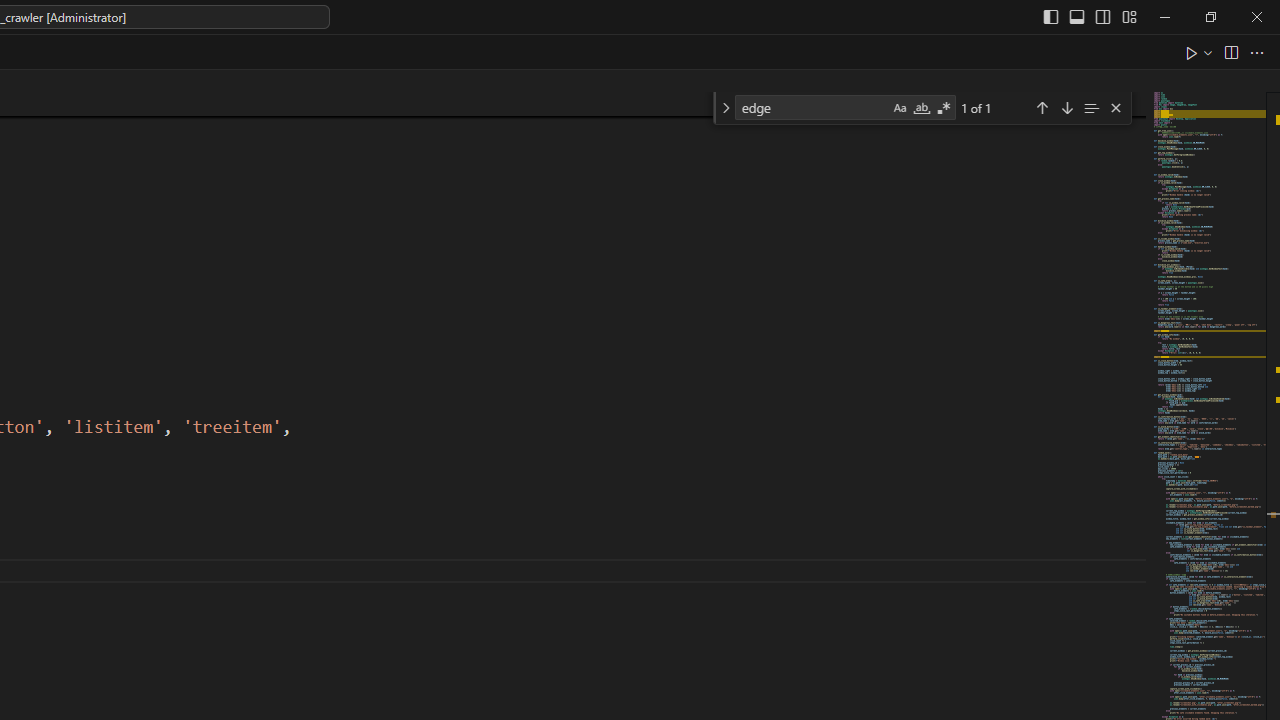 The image size is (1280, 720). What do you see at coordinates (1229, 51) in the screenshot?
I see `'Split Editor Right (Ctrl+\) [Alt] Split Editor Down'` at bounding box center [1229, 51].